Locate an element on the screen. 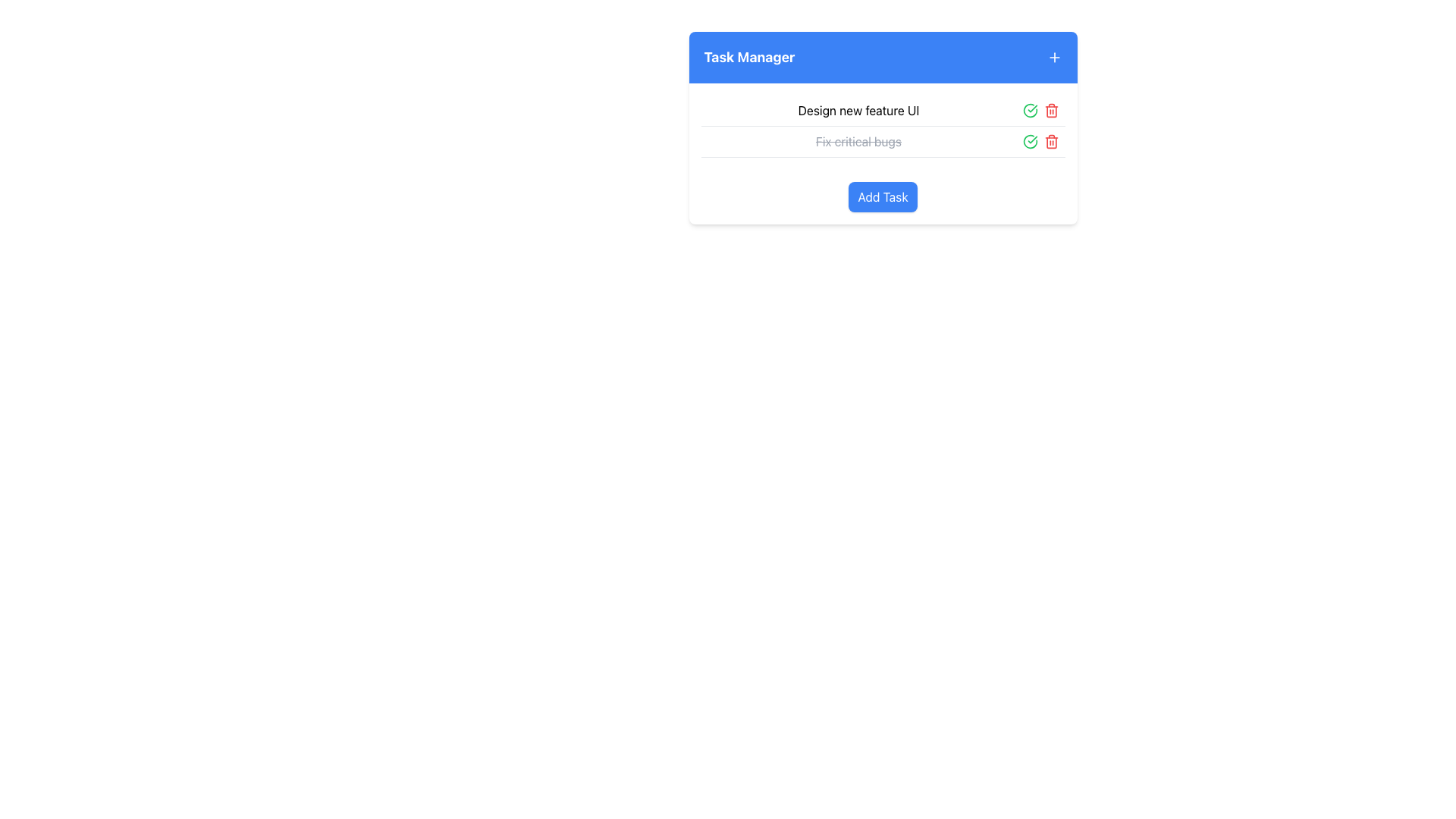  the first Task Item Row in the task management interface is located at coordinates (883, 110).